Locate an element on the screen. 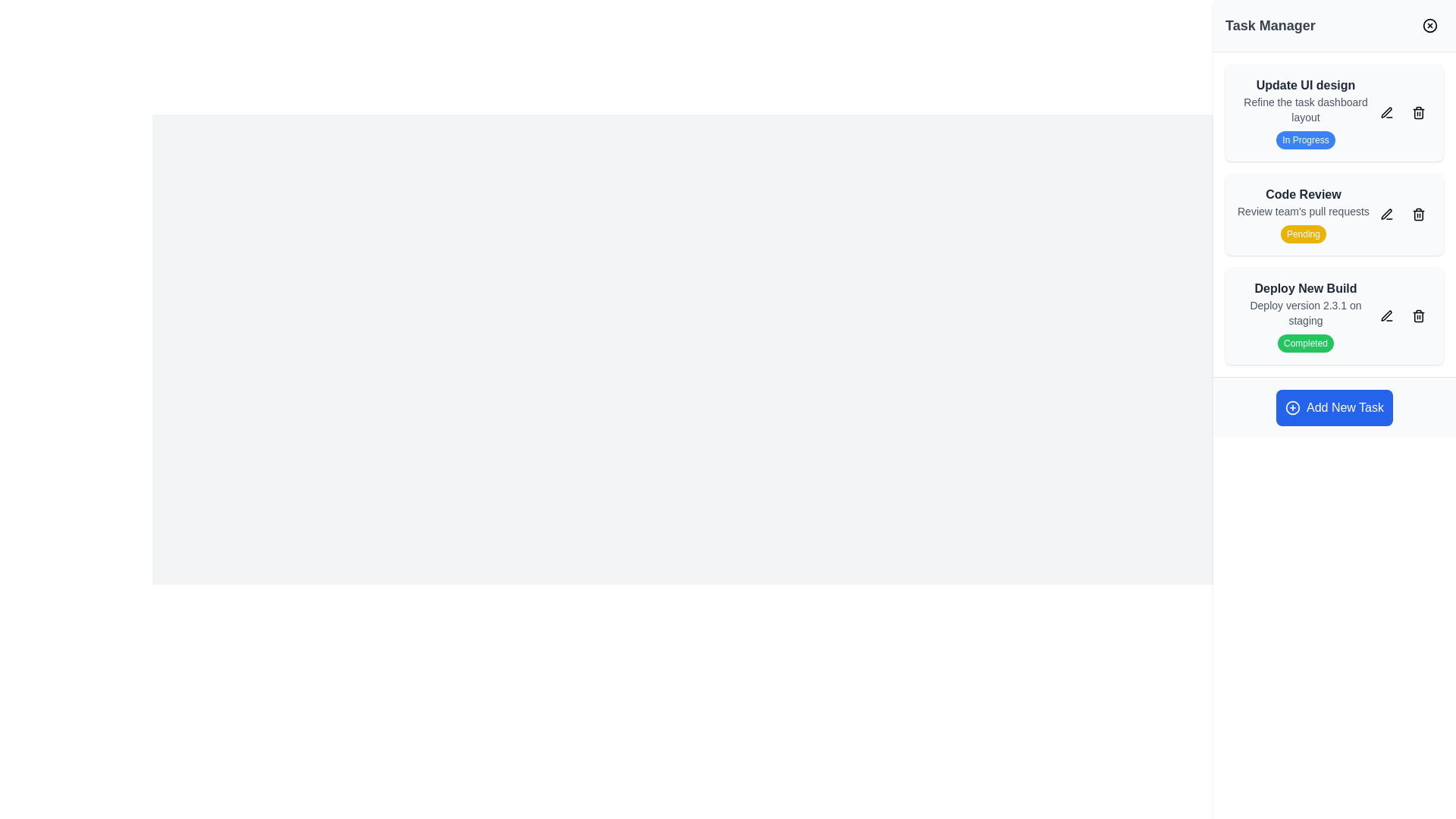  the Status label that indicates the completion state of the task 'Deploy New Build', located below the heading and subtext within the task card is located at coordinates (1305, 343).